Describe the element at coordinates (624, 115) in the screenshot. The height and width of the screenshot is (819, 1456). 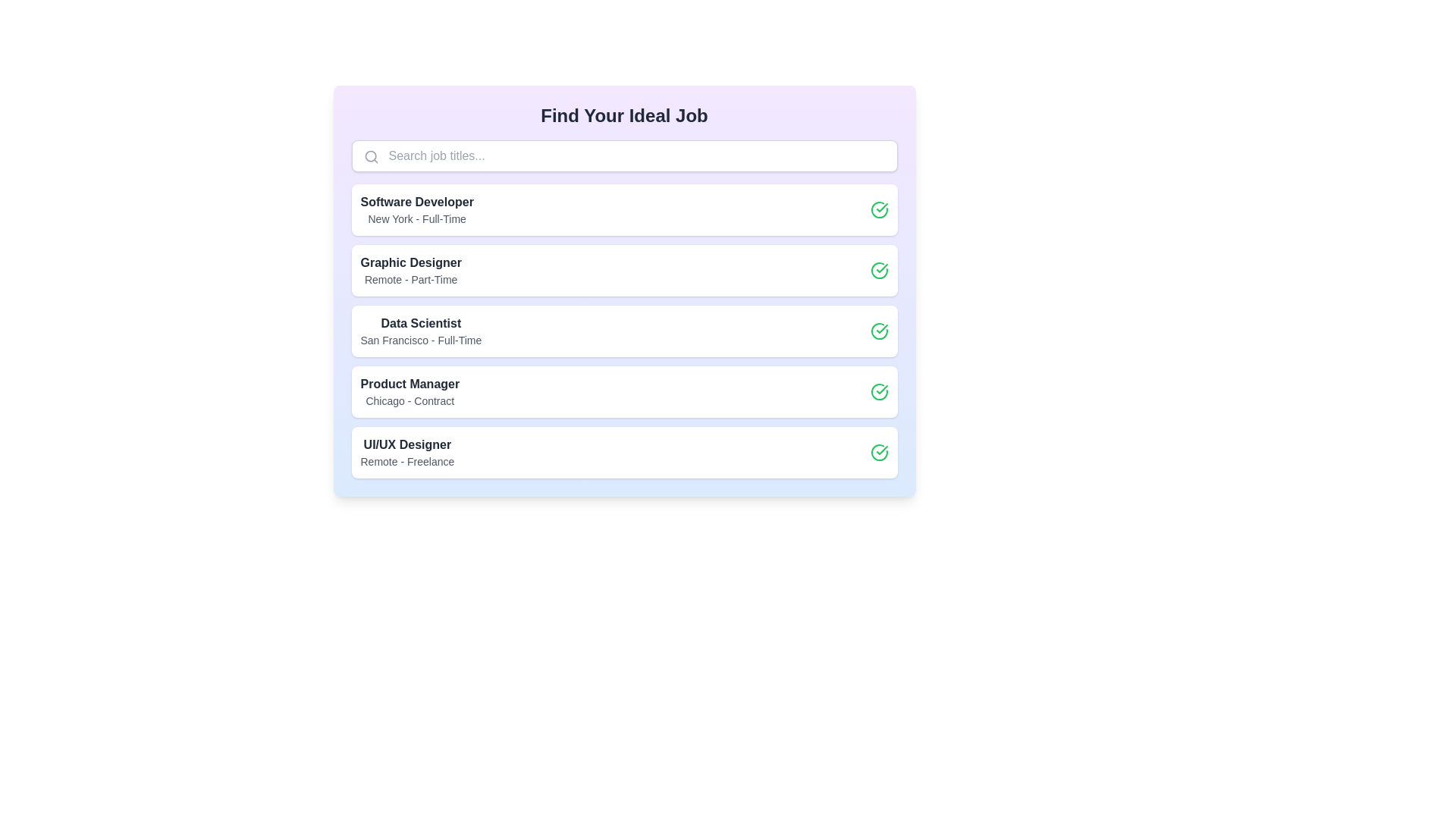
I see `text from the large header that says 'Find Your Ideal Job', which is styled in bold and positioned at the top center of the card layout` at that location.